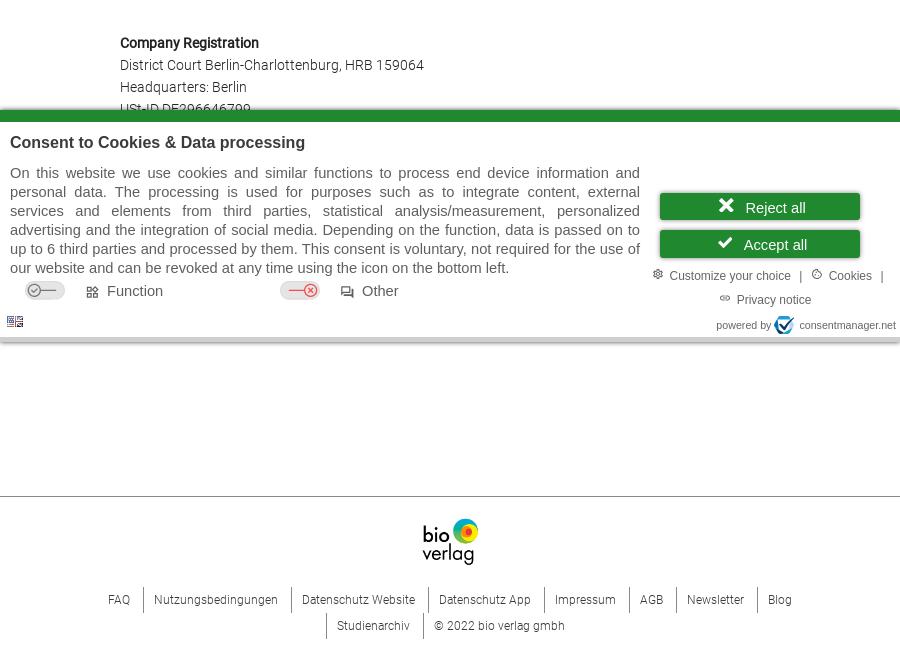 The width and height of the screenshot is (900, 658). Describe the element at coordinates (216, 597) in the screenshot. I see `'Nutzungsbedingungen'` at that location.